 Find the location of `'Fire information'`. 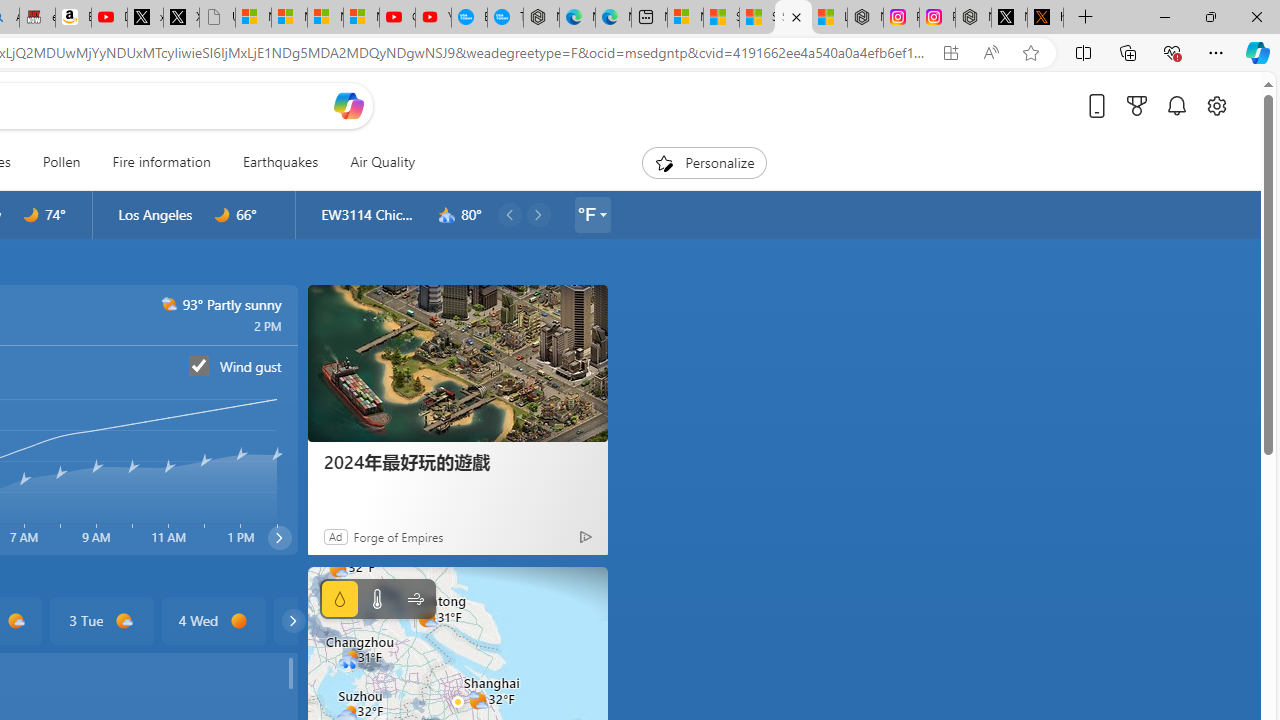

'Fire information' is located at coordinates (161, 162).